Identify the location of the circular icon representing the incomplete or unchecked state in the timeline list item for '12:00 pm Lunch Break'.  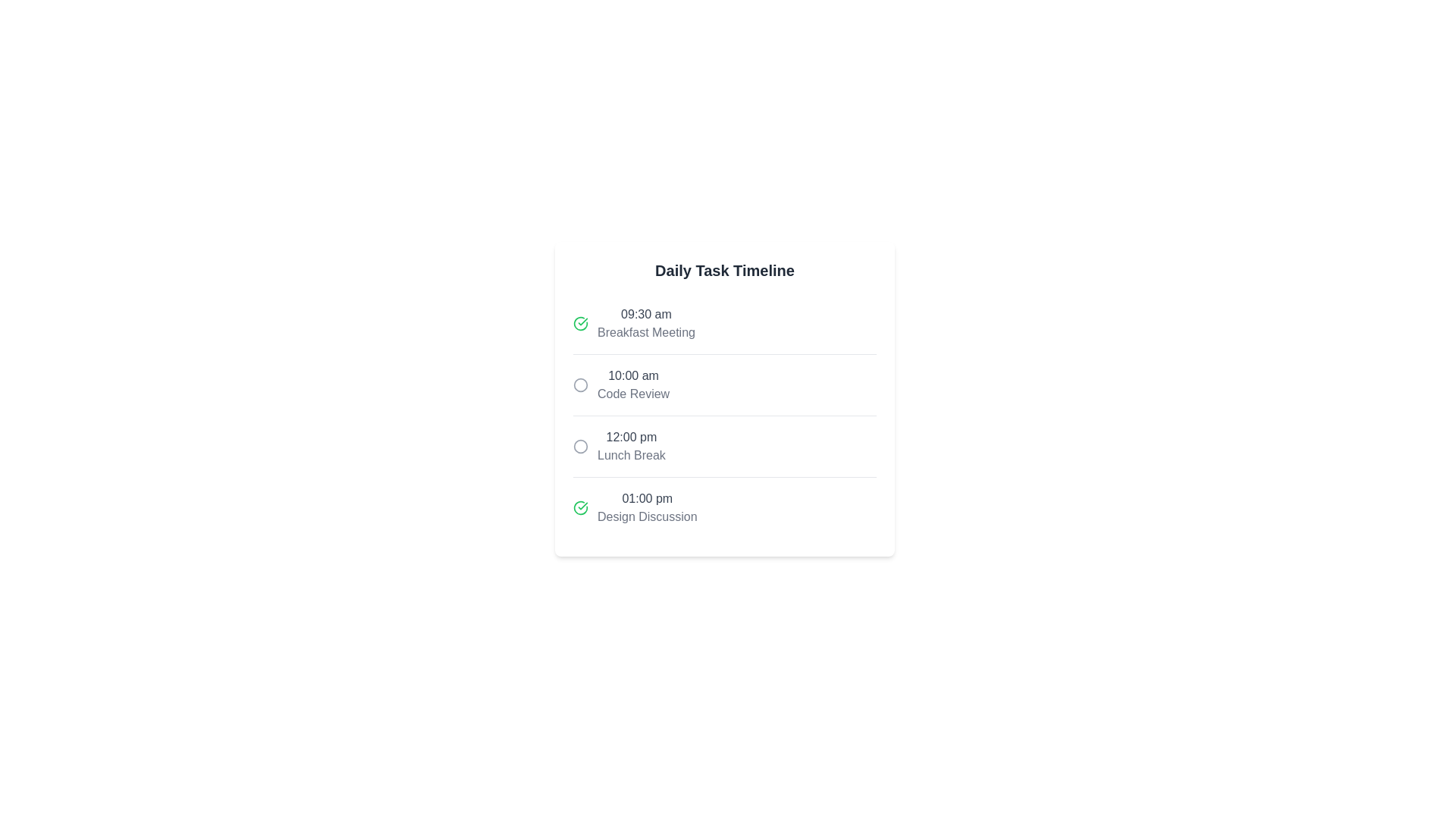
(723, 444).